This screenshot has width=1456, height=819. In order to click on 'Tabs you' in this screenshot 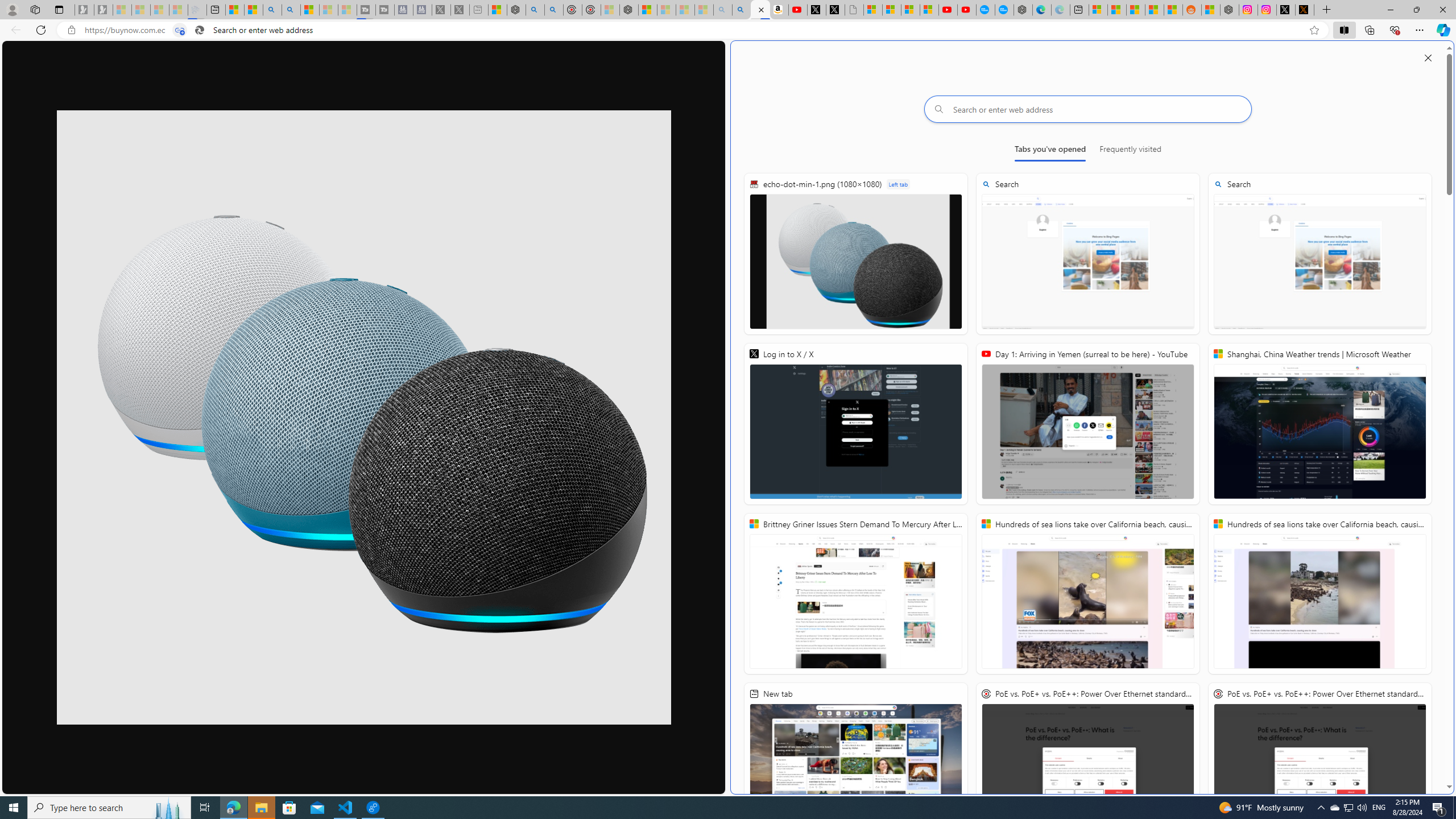, I will do `click(1049, 151)`.